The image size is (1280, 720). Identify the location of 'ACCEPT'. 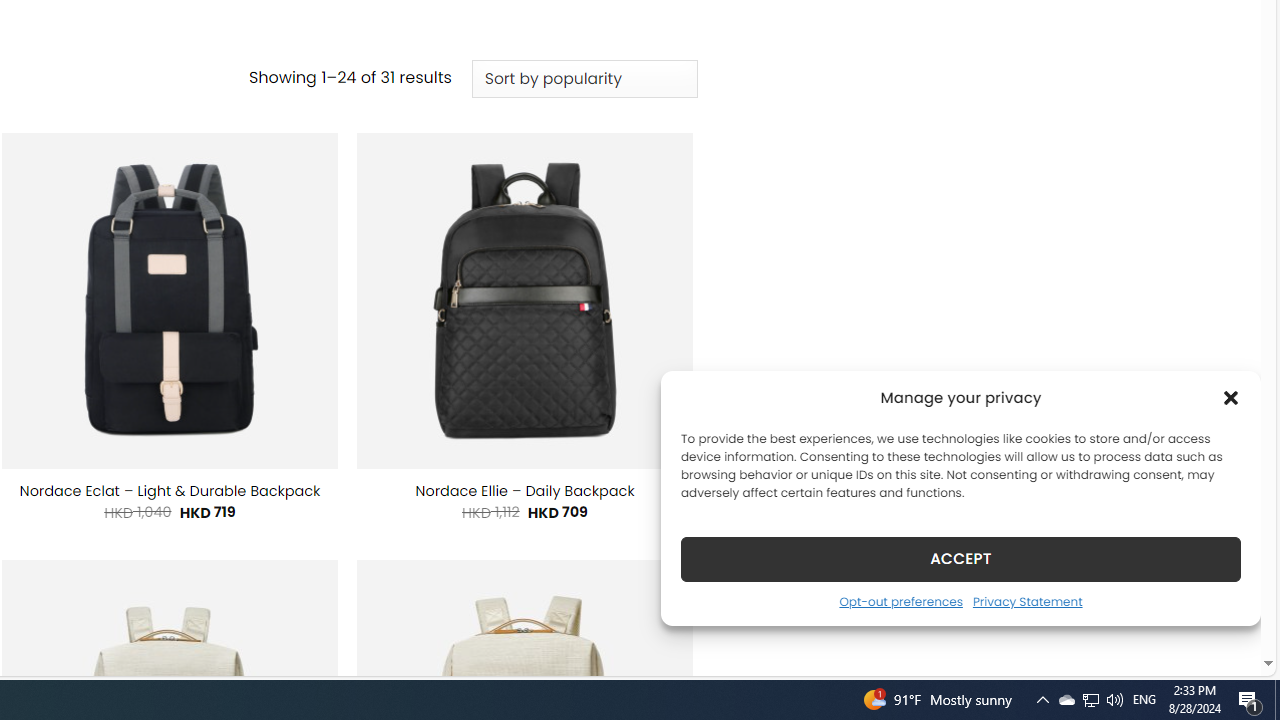
(961, 558).